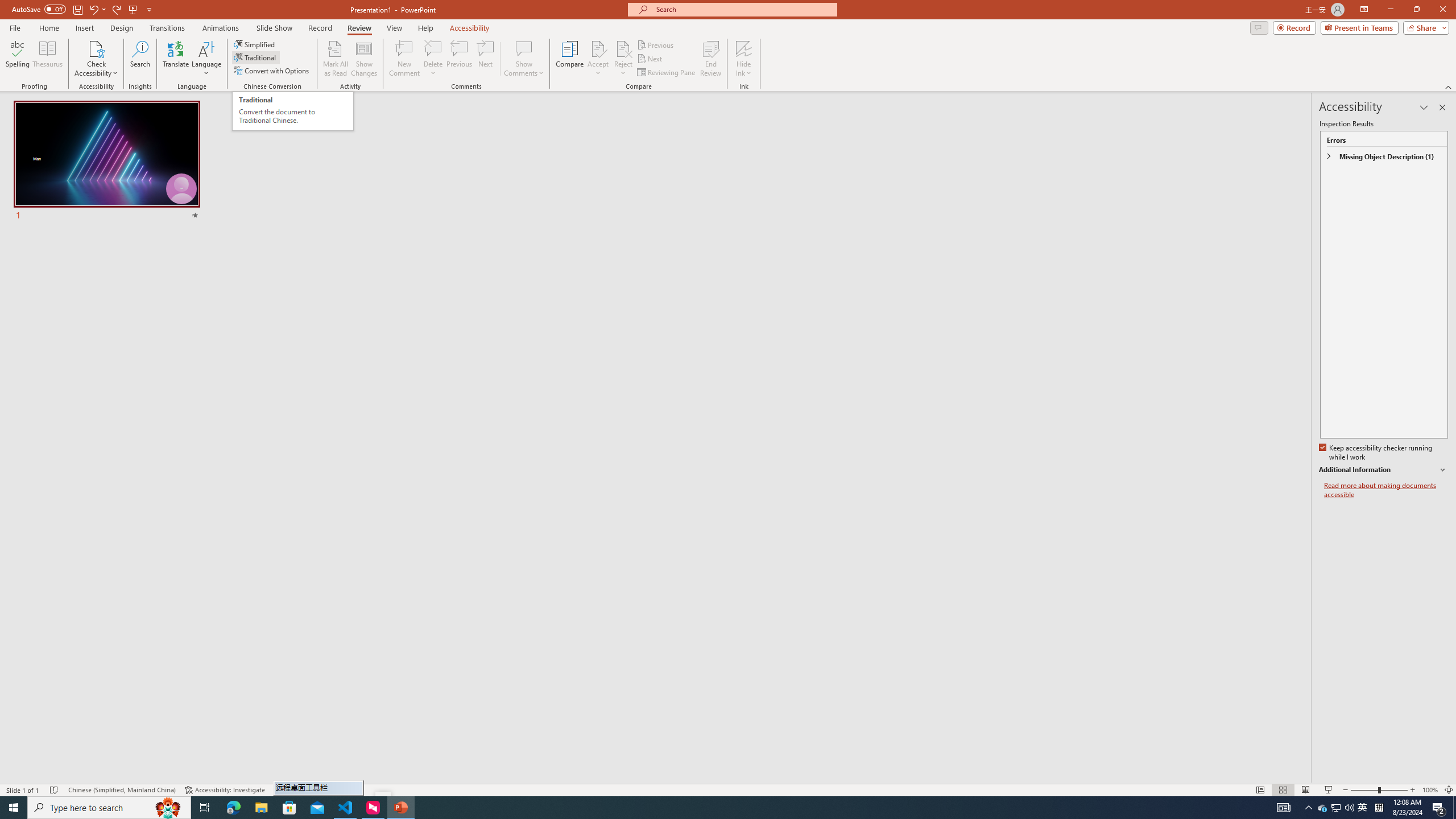 Image resolution: width=1456 pixels, height=819 pixels. What do you see at coordinates (650, 59) in the screenshot?
I see `'Next'` at bounding box center [650, 59].